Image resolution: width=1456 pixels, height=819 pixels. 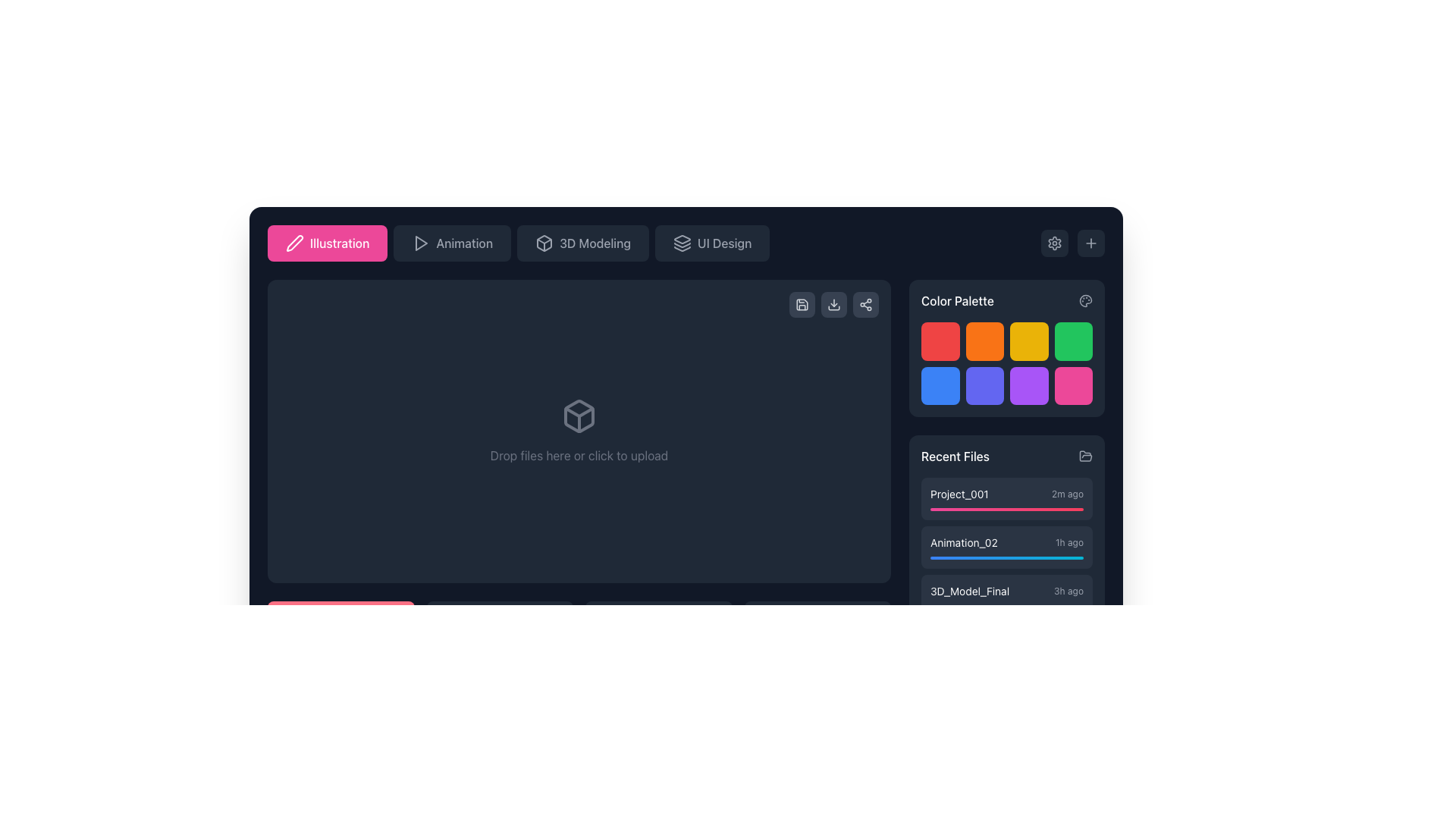 I want to click on the static text label displaying 'Animation_02' which is styled in a clean, sans-serif typeface and positioned against a dark background in the 'Recent Files' section, so click(x=963, y=542).